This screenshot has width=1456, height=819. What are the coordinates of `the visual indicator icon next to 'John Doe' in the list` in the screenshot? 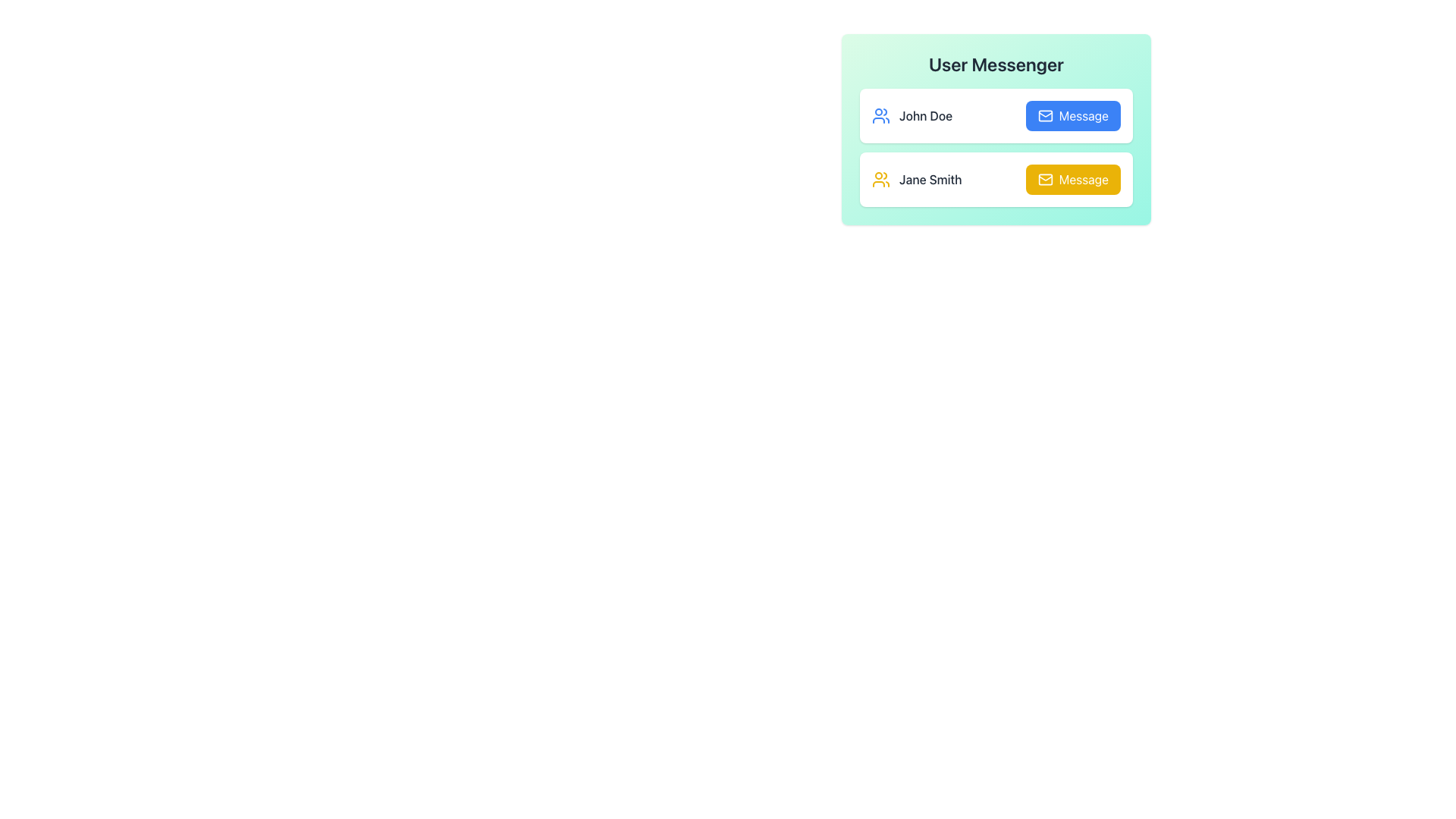 It's located at (880, 115).